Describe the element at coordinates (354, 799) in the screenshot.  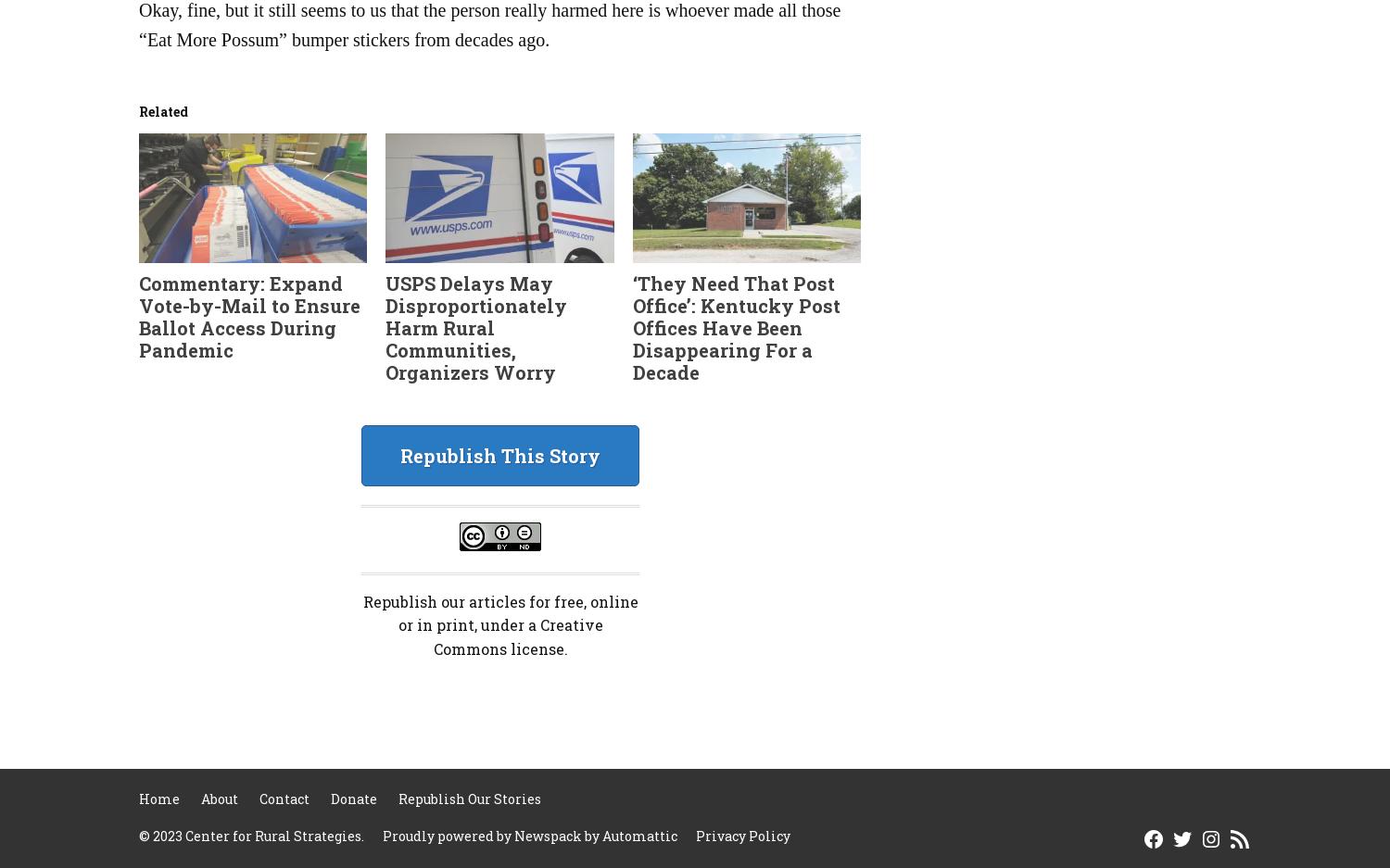
I see `'Donate'` at that location.